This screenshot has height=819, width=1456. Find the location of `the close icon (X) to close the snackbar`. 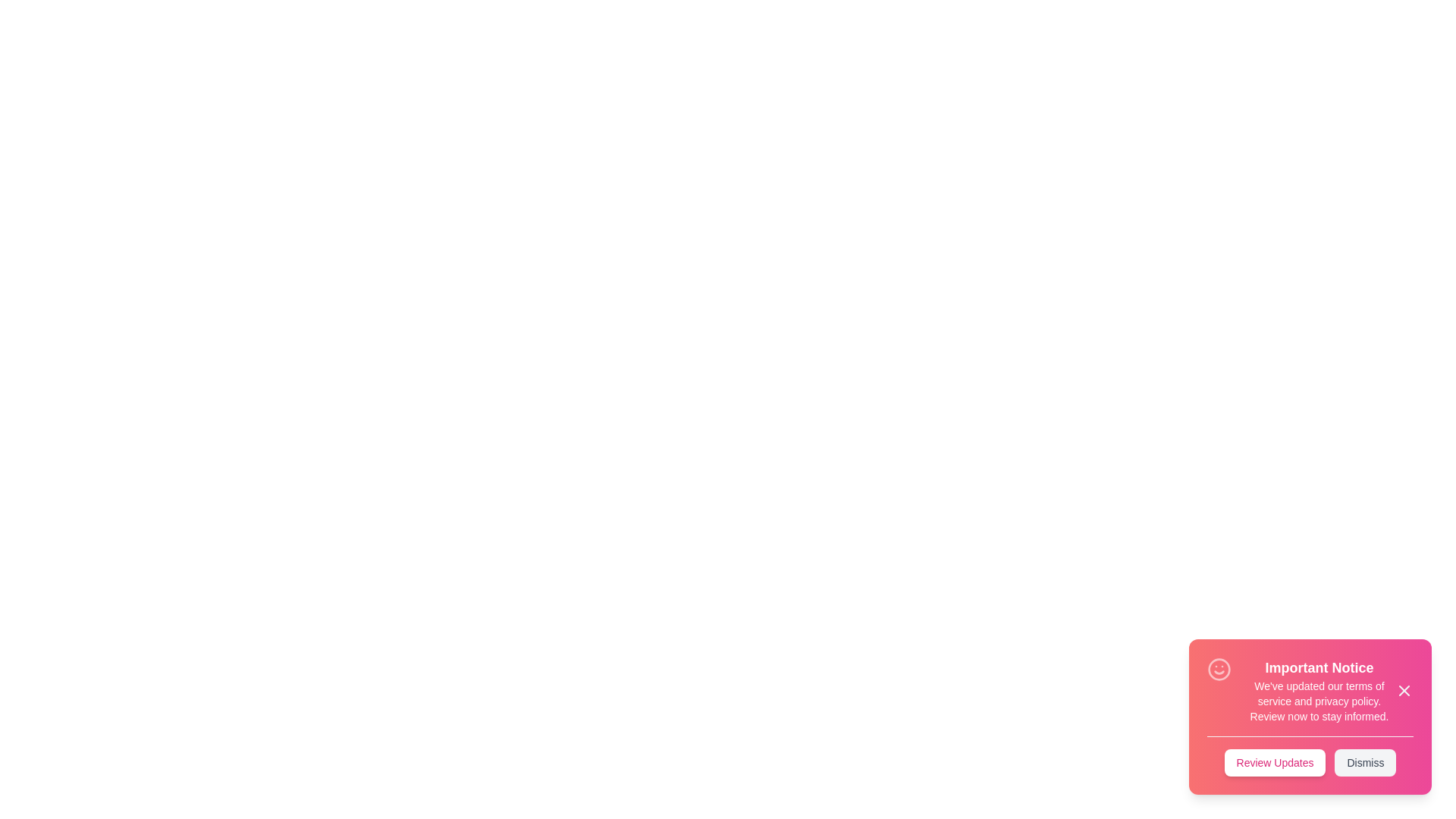

the close icon (X) to close the snackbar is located at coordinates (1404, 690).